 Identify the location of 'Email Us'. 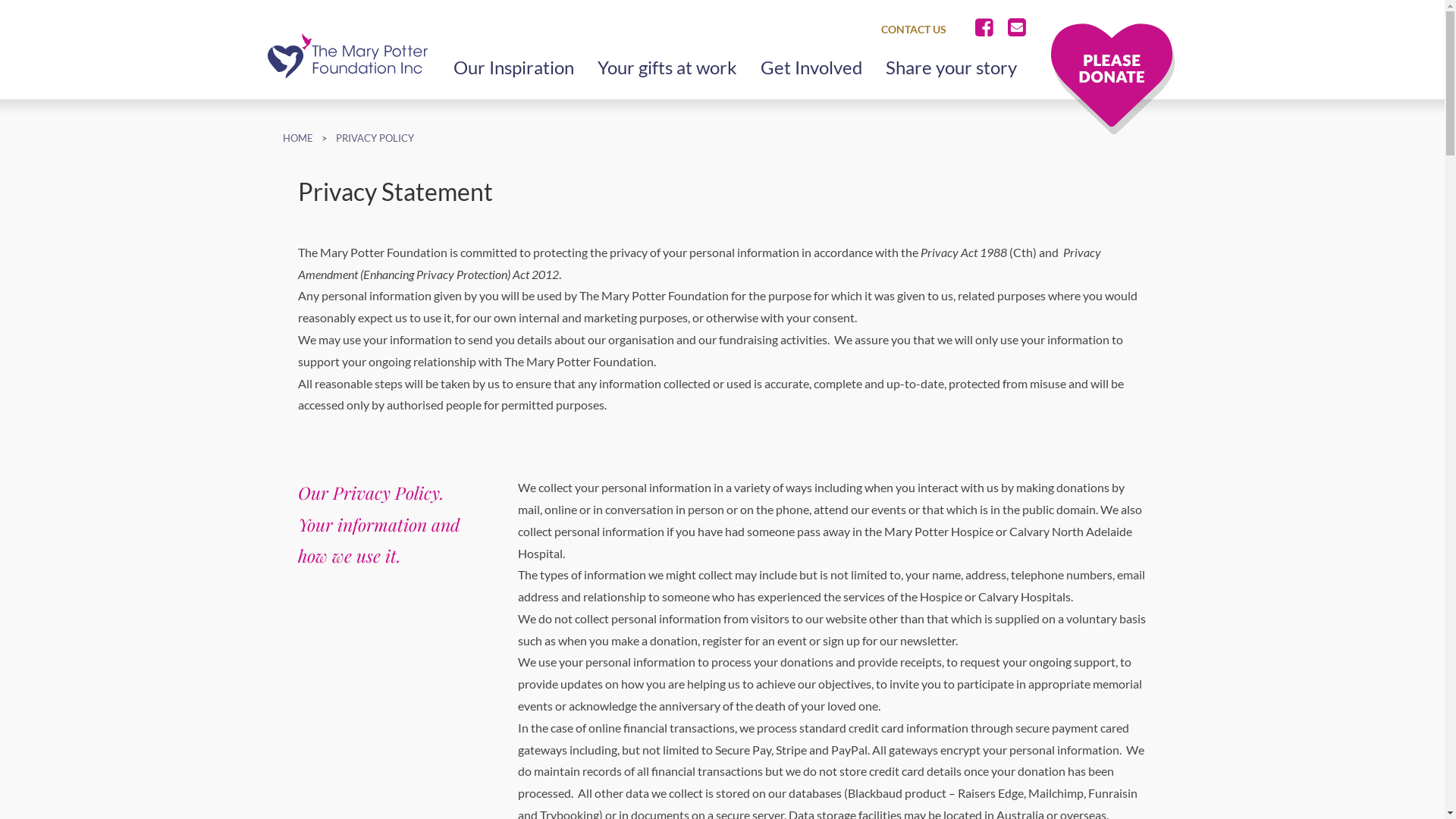
(1001, 28).